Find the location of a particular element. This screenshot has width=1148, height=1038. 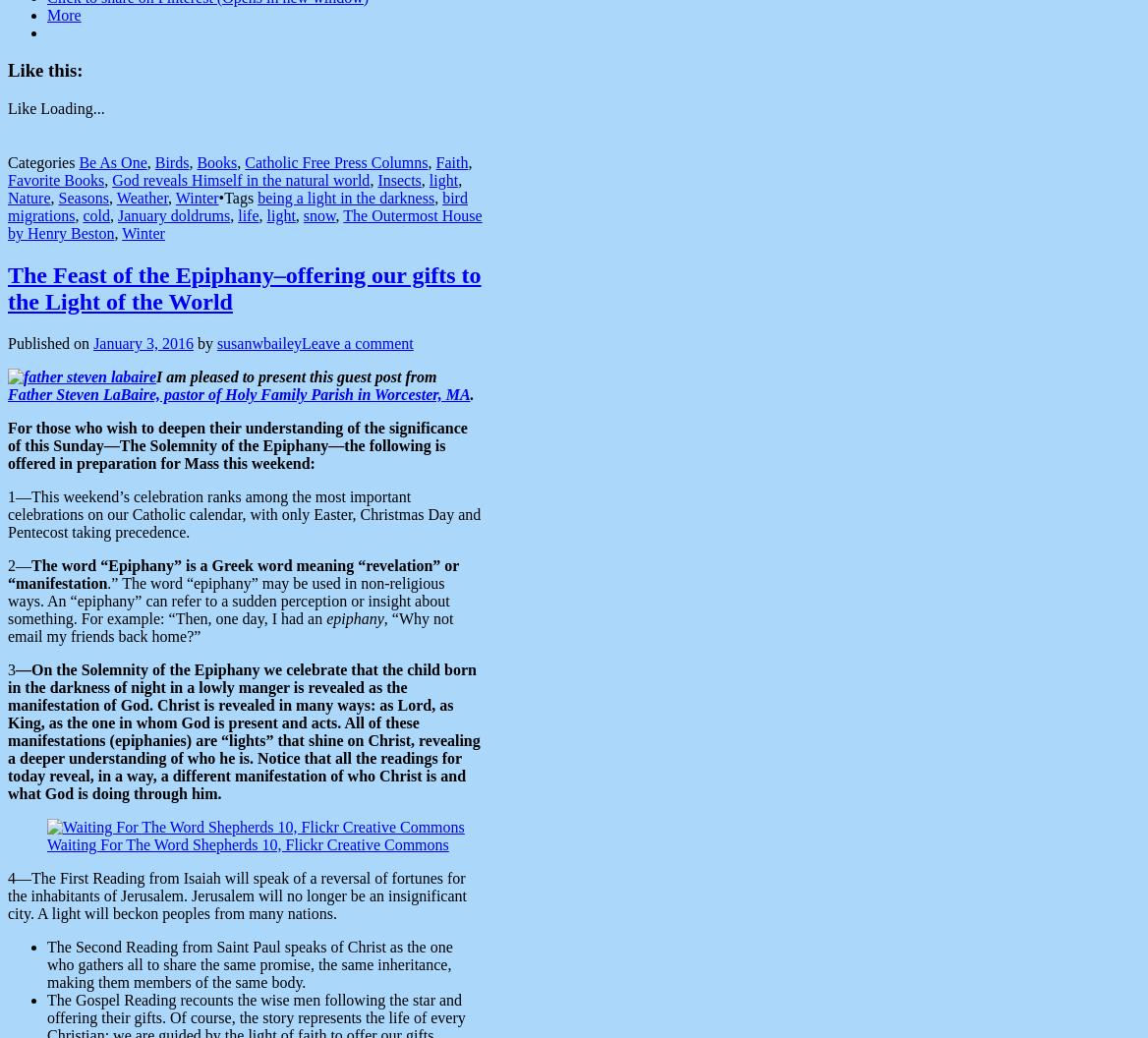

'—On the Solemnity of the Epiphany we celebrate that the child born in the darkness of night in a lowly manger is revealed as the manifestation of God. Christ is revealed in many ways: as Lord, as King, as the one in whom God is present and acts. All of these manifestations (epiphanies) are “lights” that shine on Christ, revealing a deeper understanding of who he is. Notice that all the readings for today reveal, in a way, a different manifestation of who Christ is and what God is doing through him.' is located at coordinates (242, 729).